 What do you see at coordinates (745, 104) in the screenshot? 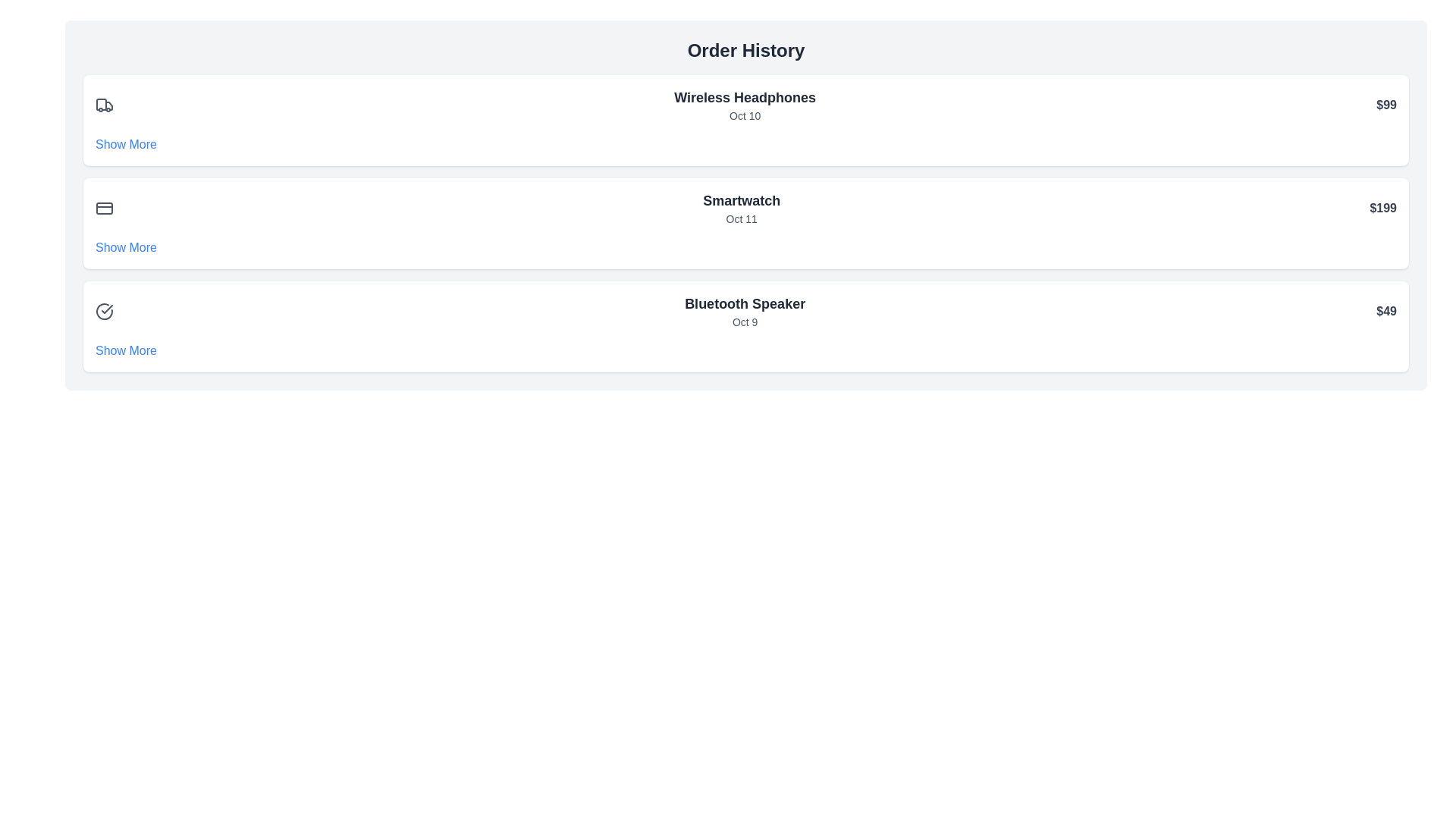
I see `product name and associated date from the text block located in the first section of the order history, just below the title 'Wireless Headphones' and above the '$99' price label` at bounding box center [745, 104].